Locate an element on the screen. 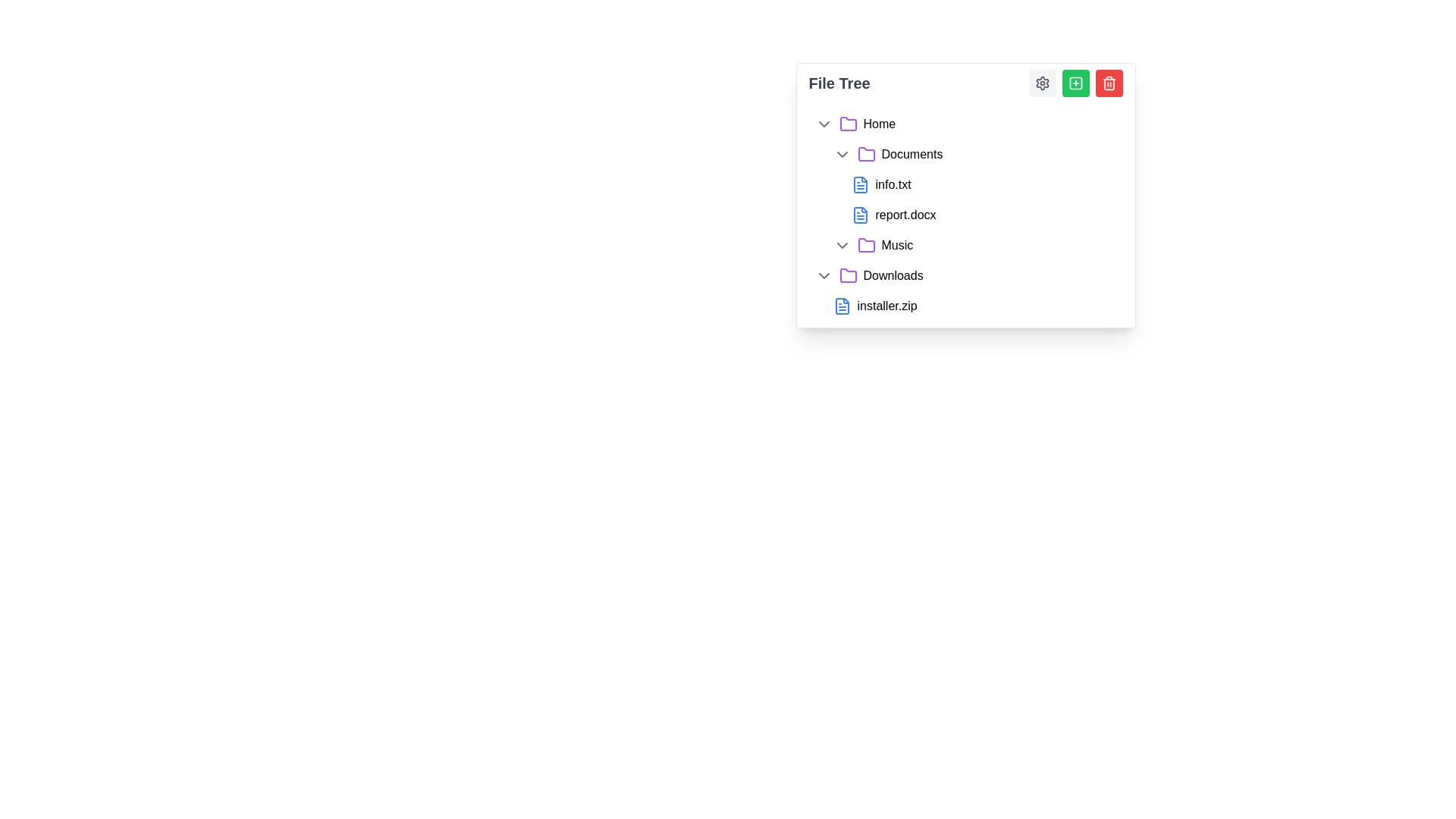 The height and width of the screenshot is (819, 1456). the delete icon located in the top-right section of the interface is located at coordinates (1109, 83).